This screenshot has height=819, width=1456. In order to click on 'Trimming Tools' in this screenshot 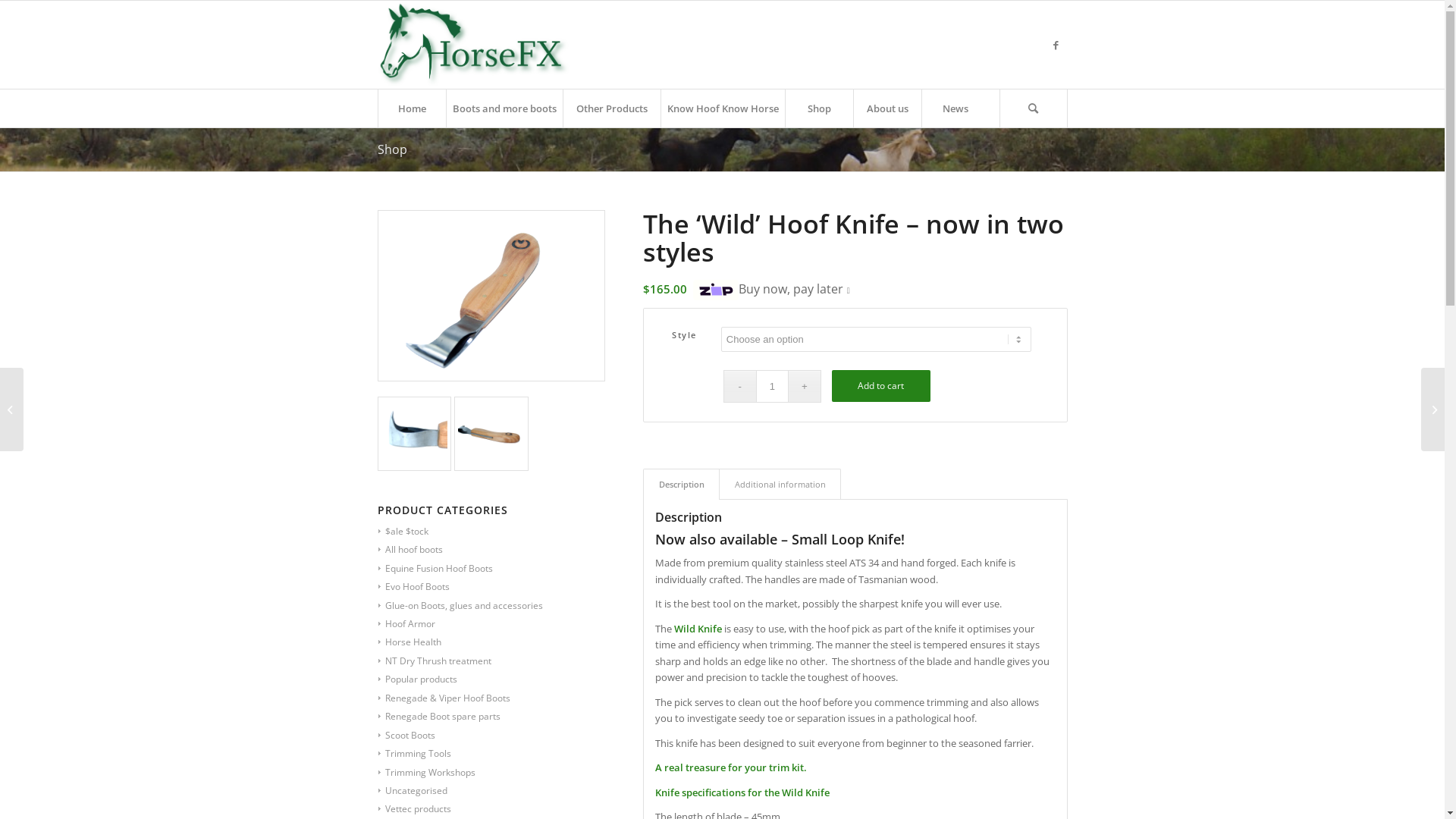, I will do `click(414, 753)`.